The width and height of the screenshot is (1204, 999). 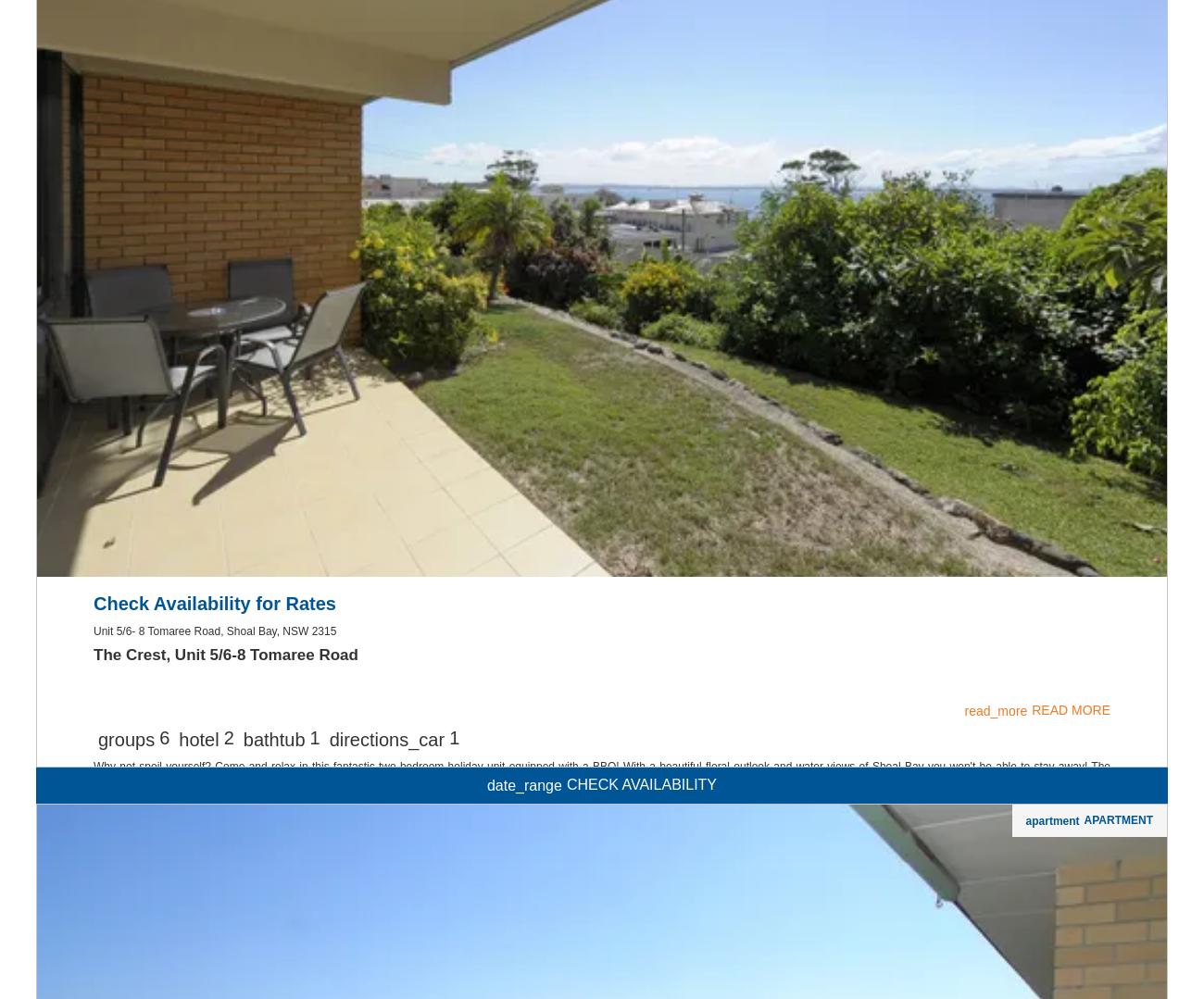 I want to click on 'Air Con', so click(x=601, y=152).